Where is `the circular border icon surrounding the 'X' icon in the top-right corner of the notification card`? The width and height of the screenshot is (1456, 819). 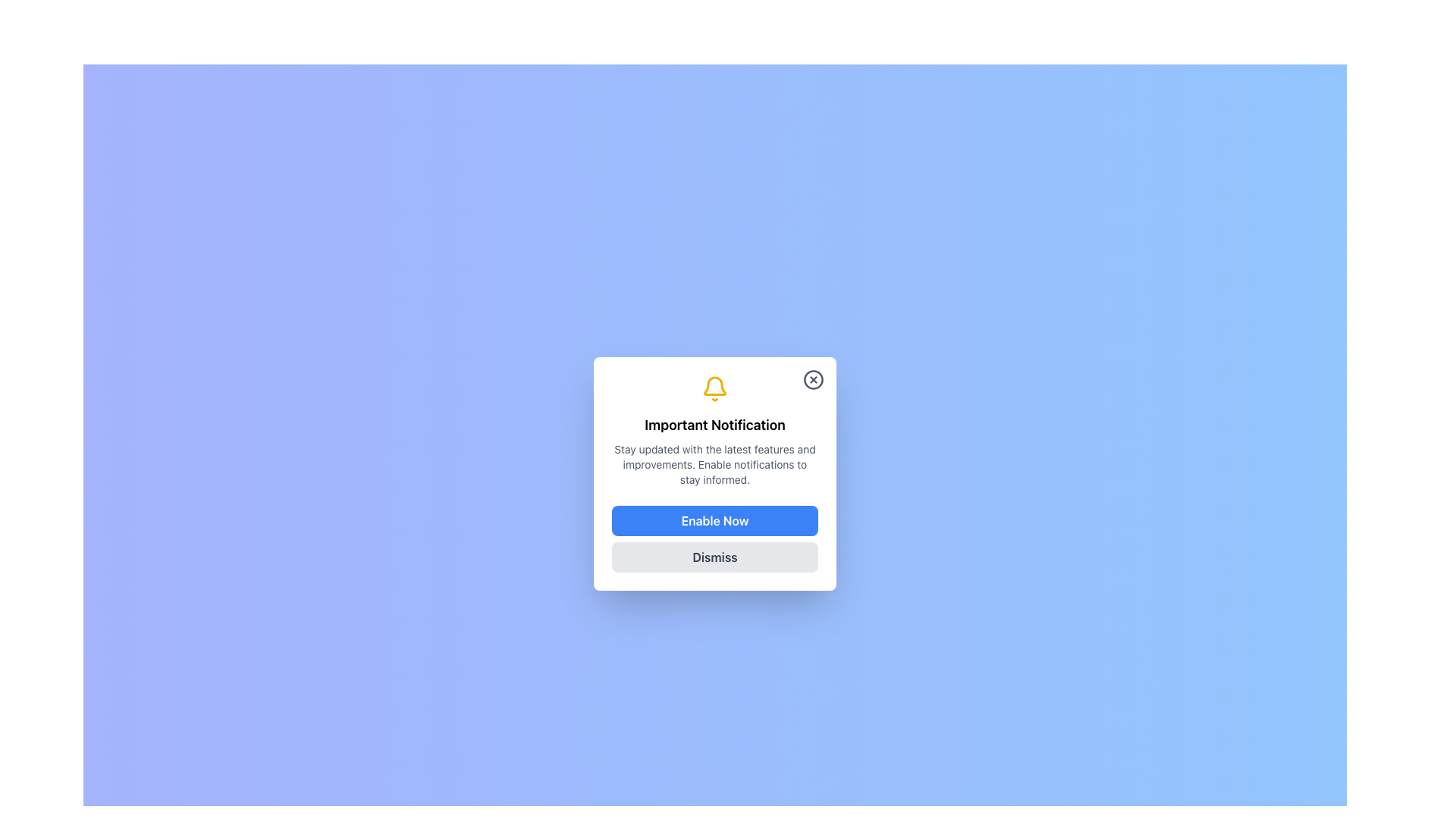 the circular border icon surrounding the 'X' icon in the top-right corner of the notification card is located at coordinates (813, 379).